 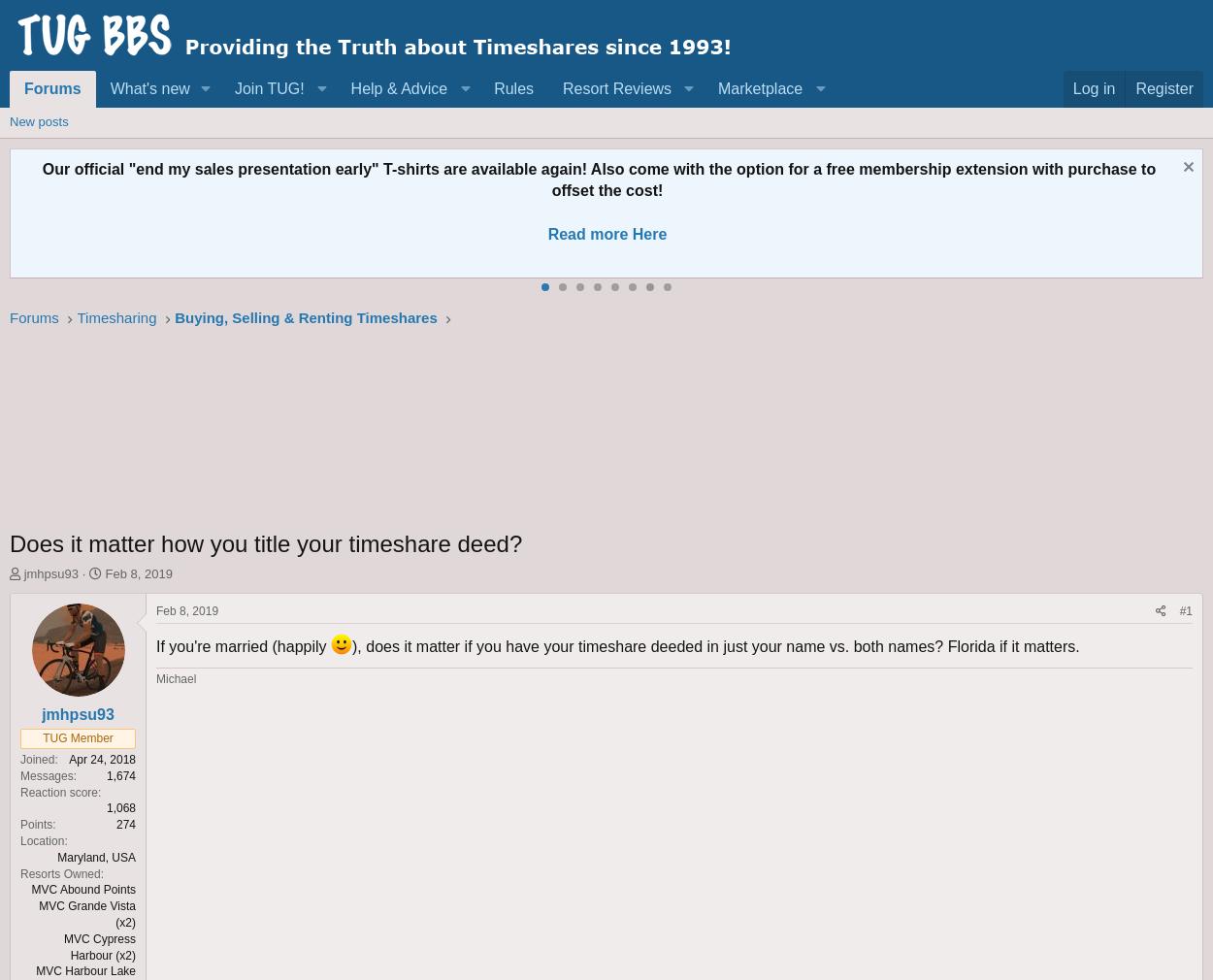 What do you see at coordinates (60, 873) in the screenshot?
I see `'Resorts Owned'` at bounding box center [60, 873].